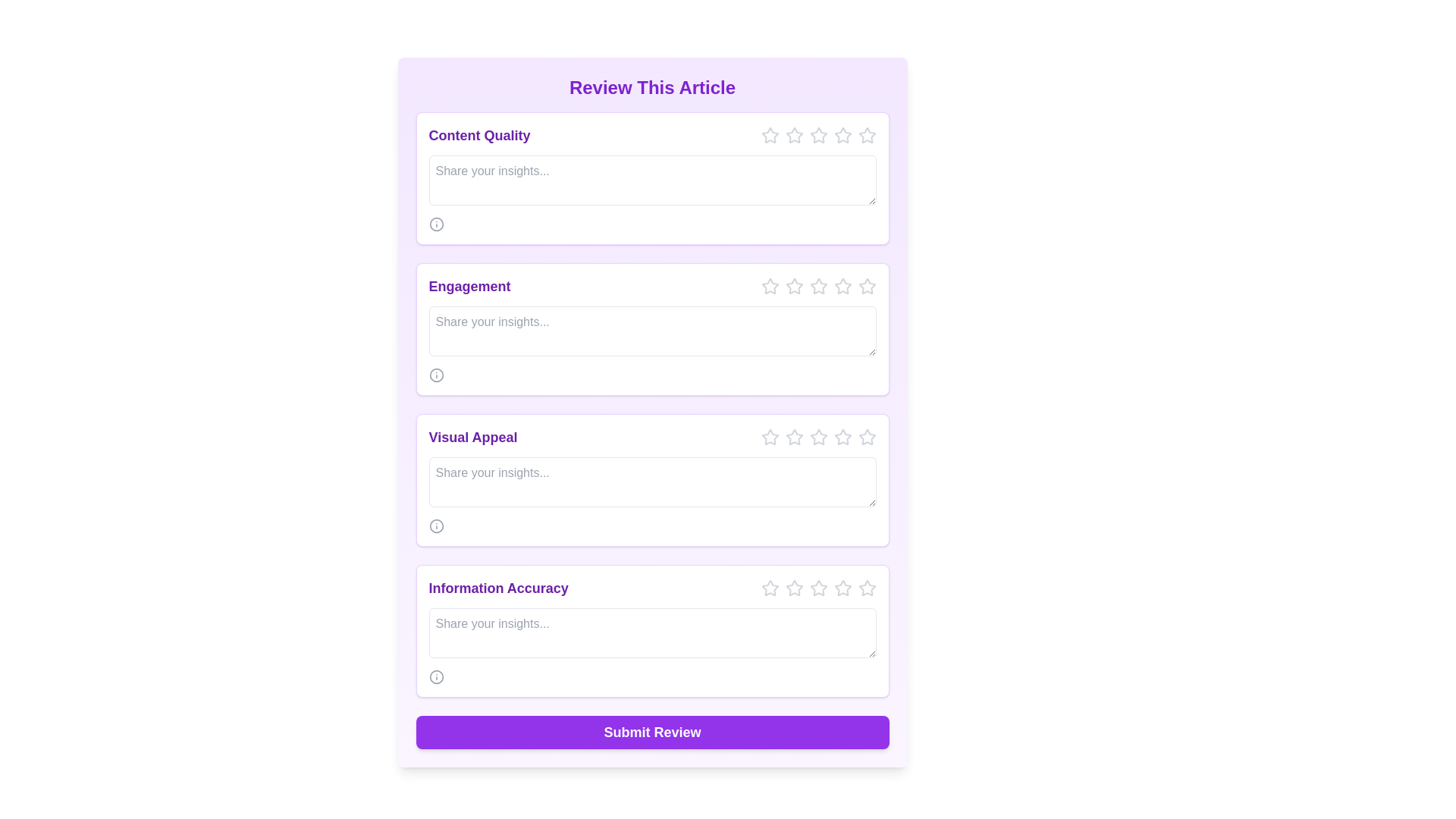  I want to click on the fifth star in the rating system located at the bottom of the 'Information Accuracy' review card, so click(842, 587).